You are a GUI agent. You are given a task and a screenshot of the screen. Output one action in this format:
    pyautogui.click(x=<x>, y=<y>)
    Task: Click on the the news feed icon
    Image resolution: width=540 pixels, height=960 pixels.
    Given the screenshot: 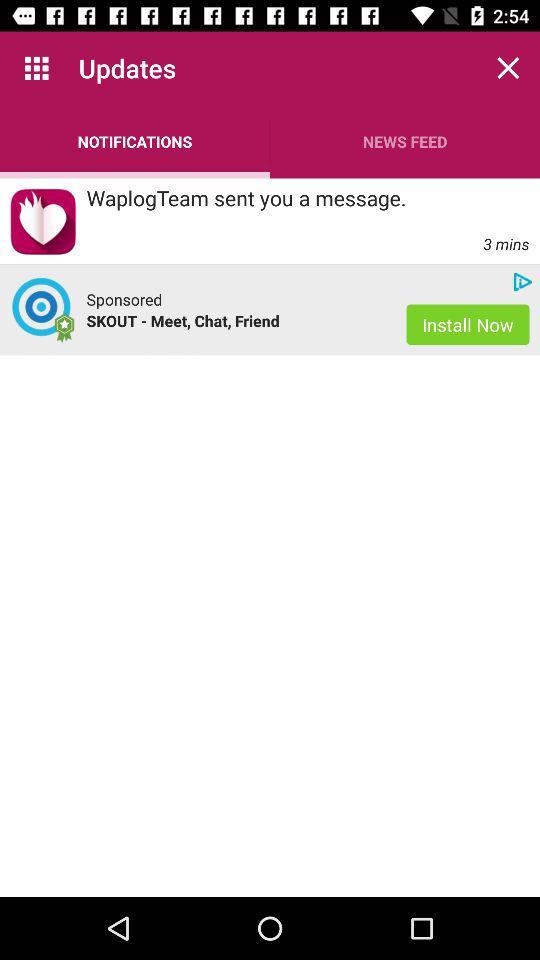 What is the action you would take?
    pyautogui.click(x=405, y=140)
    